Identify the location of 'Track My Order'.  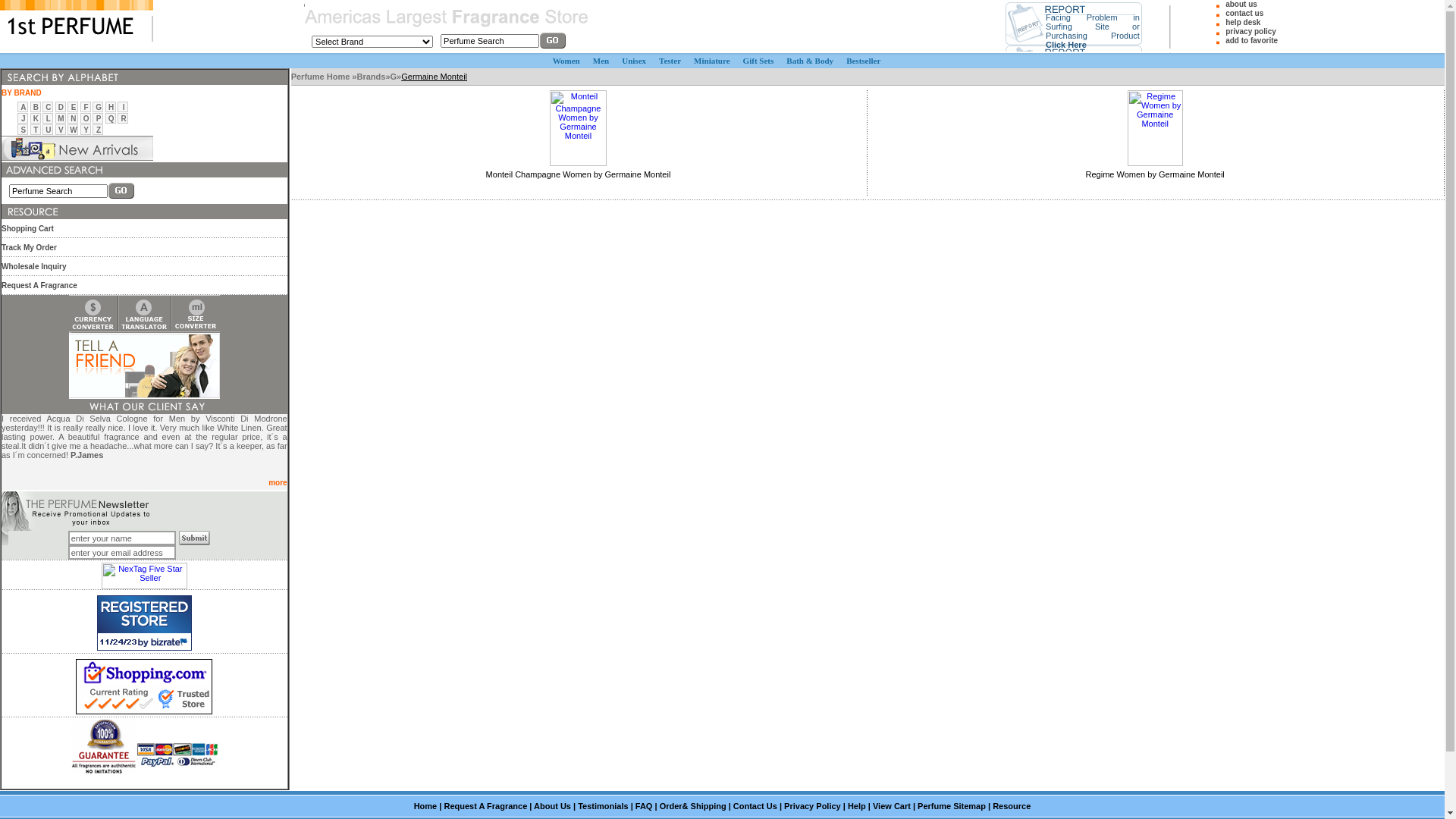
(1, 246).